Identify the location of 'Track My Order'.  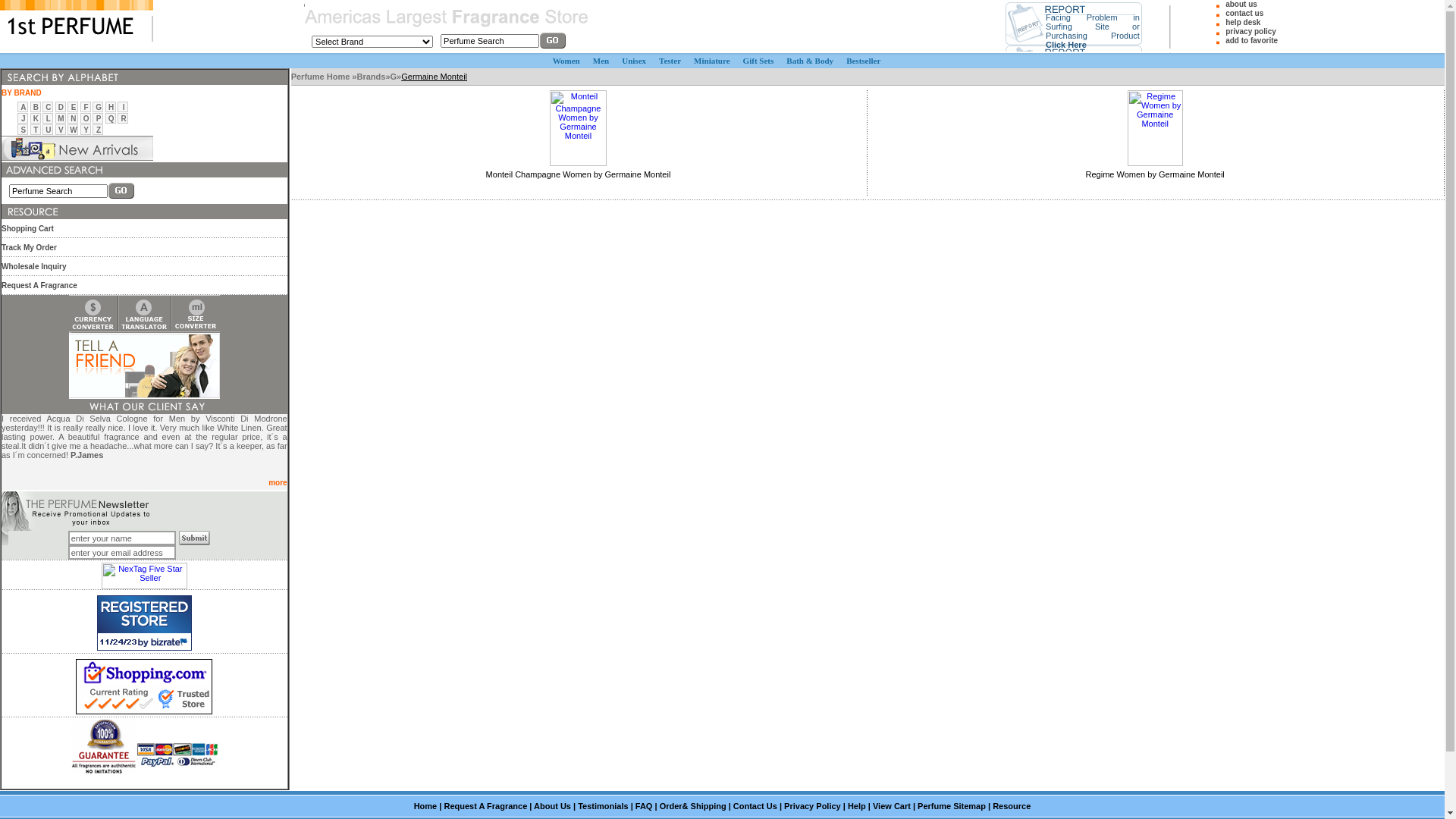
(1, 246).